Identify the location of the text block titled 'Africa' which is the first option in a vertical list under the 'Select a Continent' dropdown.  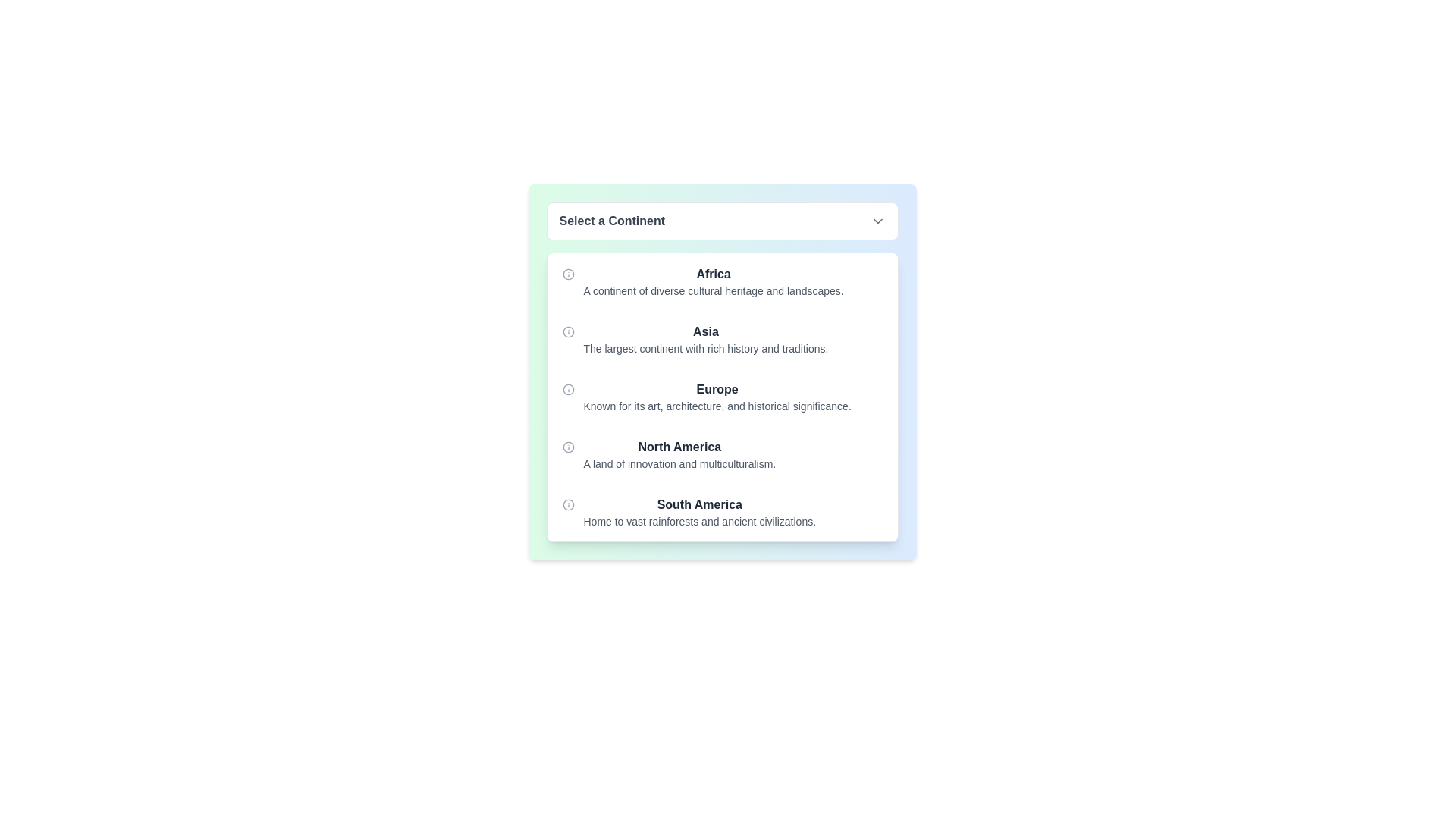
(713, 281).